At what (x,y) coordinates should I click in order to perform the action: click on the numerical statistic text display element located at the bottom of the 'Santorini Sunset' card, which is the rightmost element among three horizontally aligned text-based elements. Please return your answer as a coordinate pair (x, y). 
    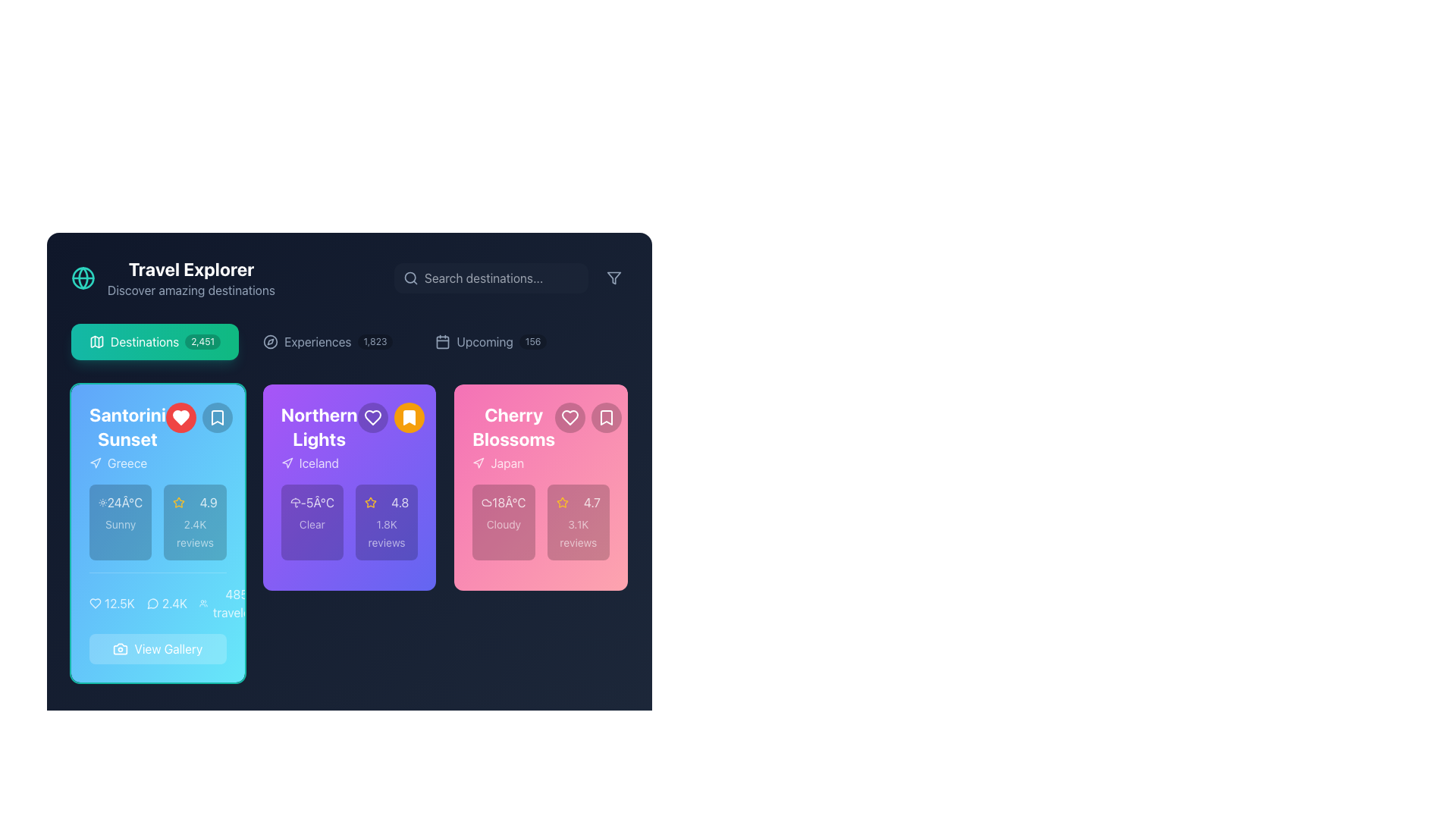
    Looking at the image, I should click on (230, 602).